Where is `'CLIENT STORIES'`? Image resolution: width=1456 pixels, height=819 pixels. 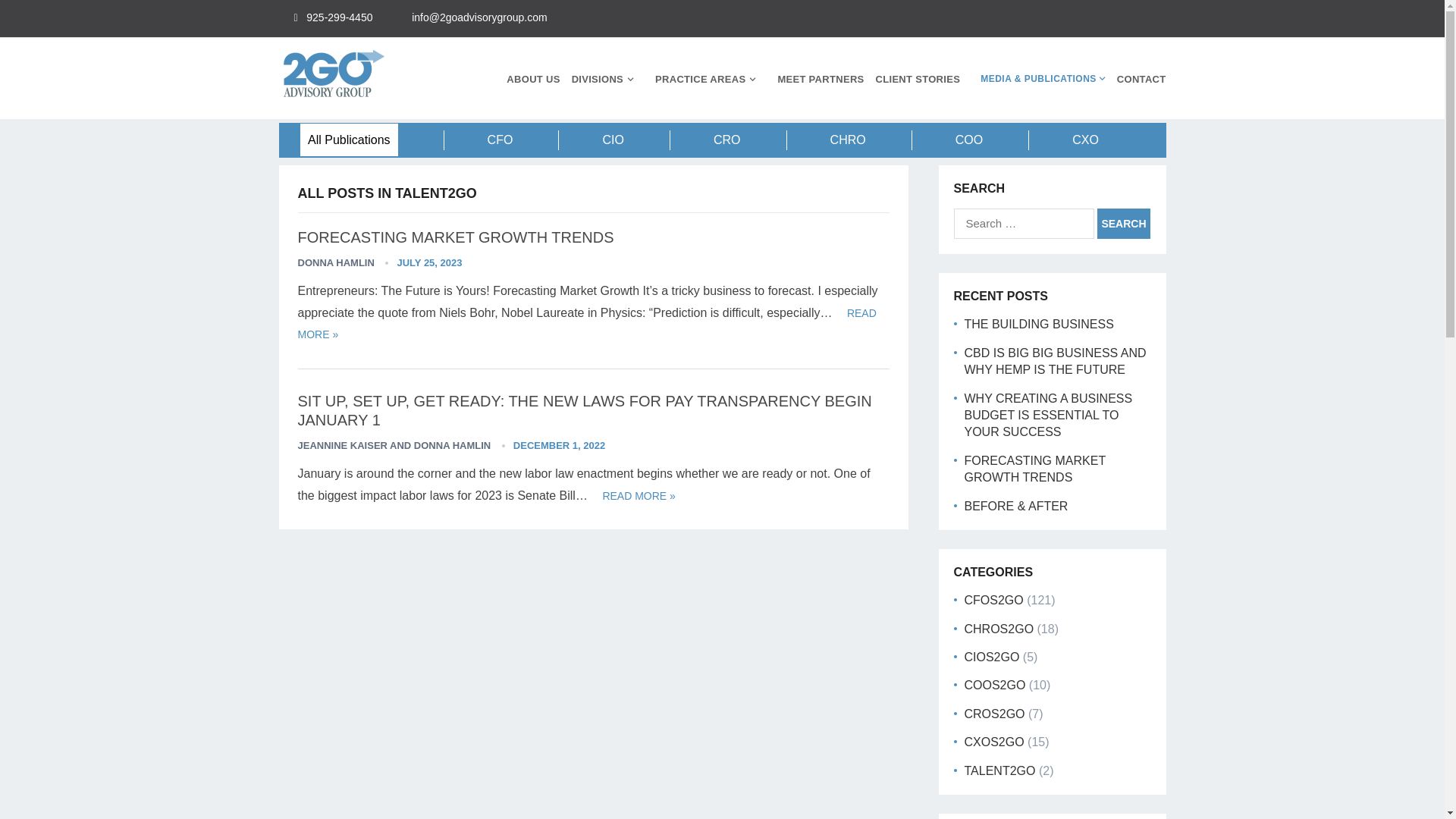 'CLIENT STORIES' is located at coordinates (876, 79).